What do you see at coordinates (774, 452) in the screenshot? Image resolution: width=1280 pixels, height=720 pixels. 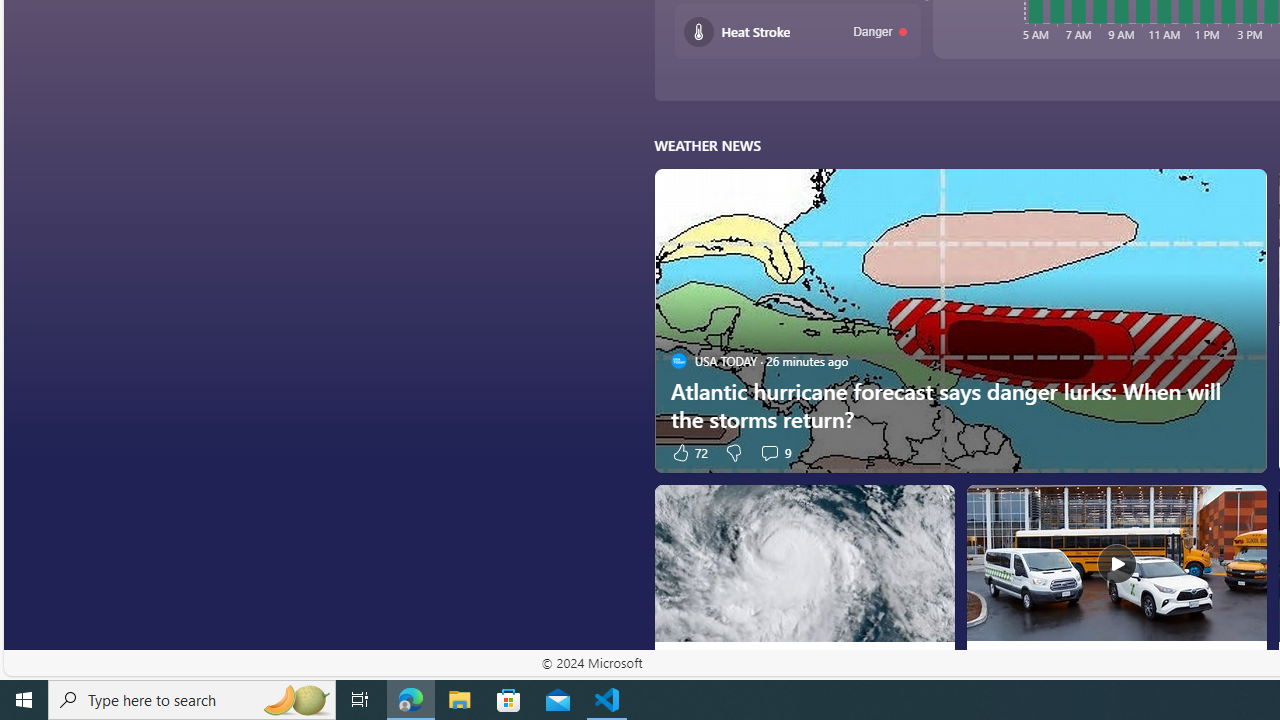 I see `'View comments 9 Comment'` at bounding box center [774, 452].